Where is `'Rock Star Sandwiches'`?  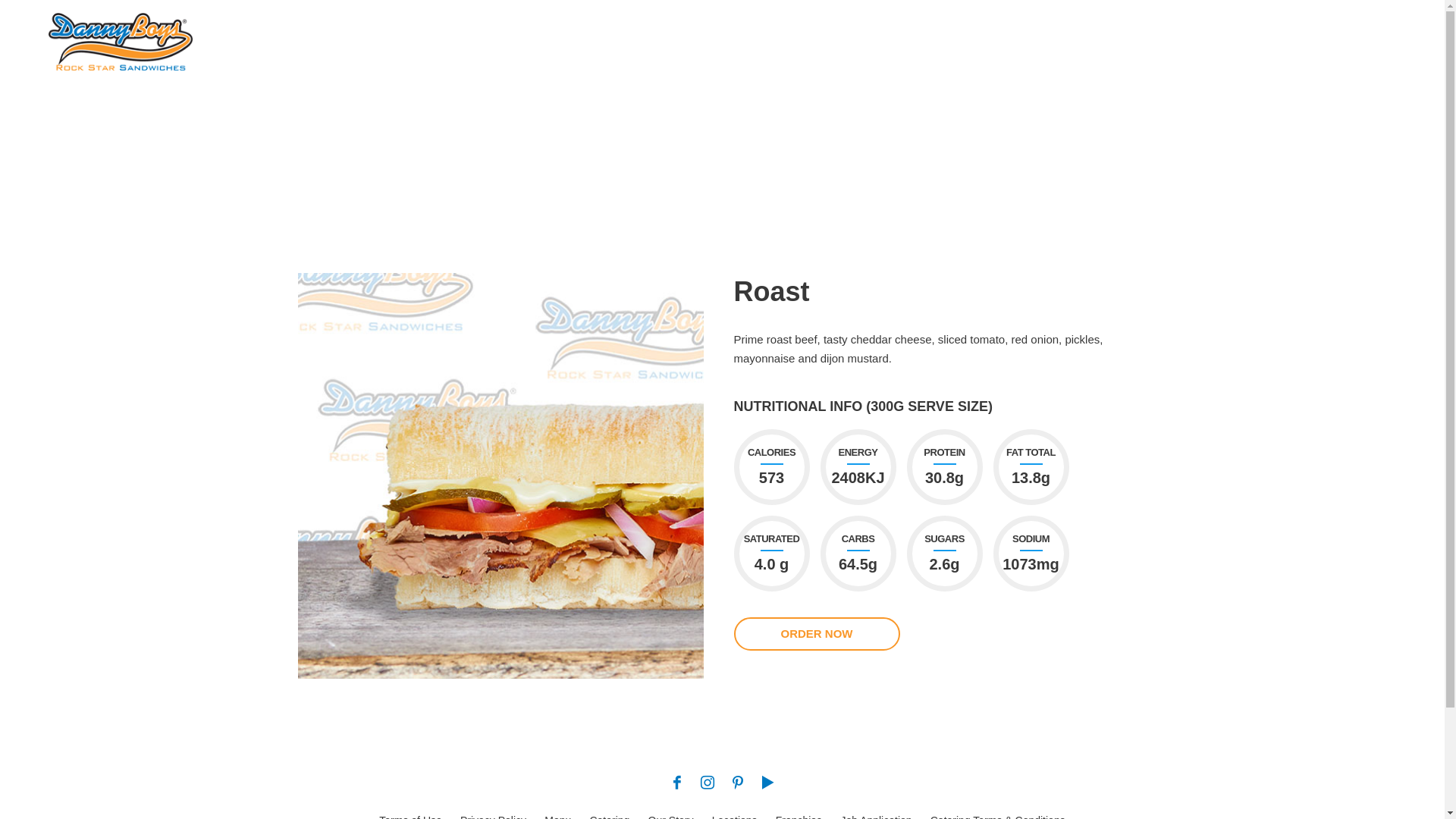 'Rock Star Sandwiches' is located at coordinates (47, 37).